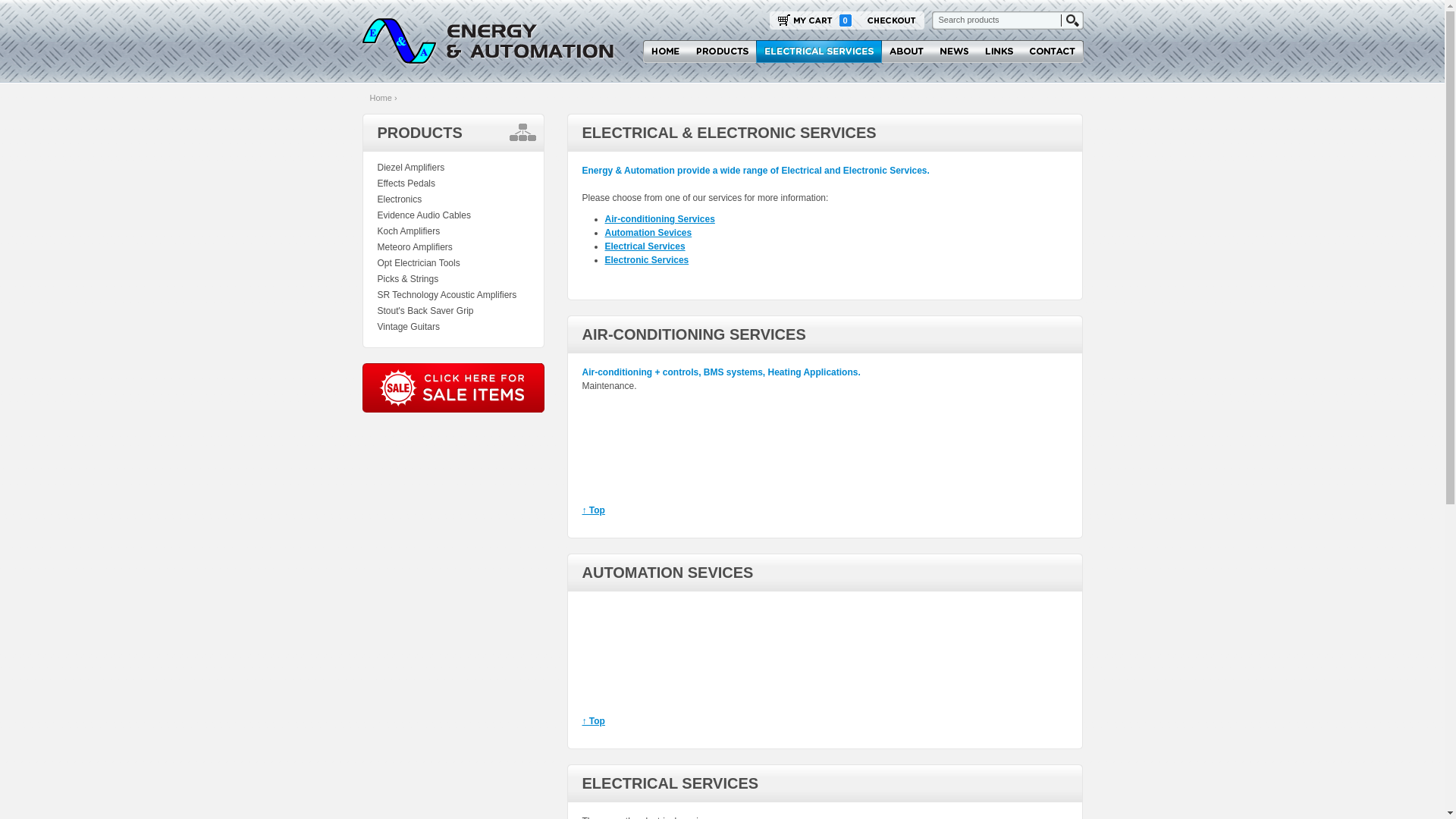 The image size is (1456, 819). I want to click on 'Picks & Strings', so click(372, 279).